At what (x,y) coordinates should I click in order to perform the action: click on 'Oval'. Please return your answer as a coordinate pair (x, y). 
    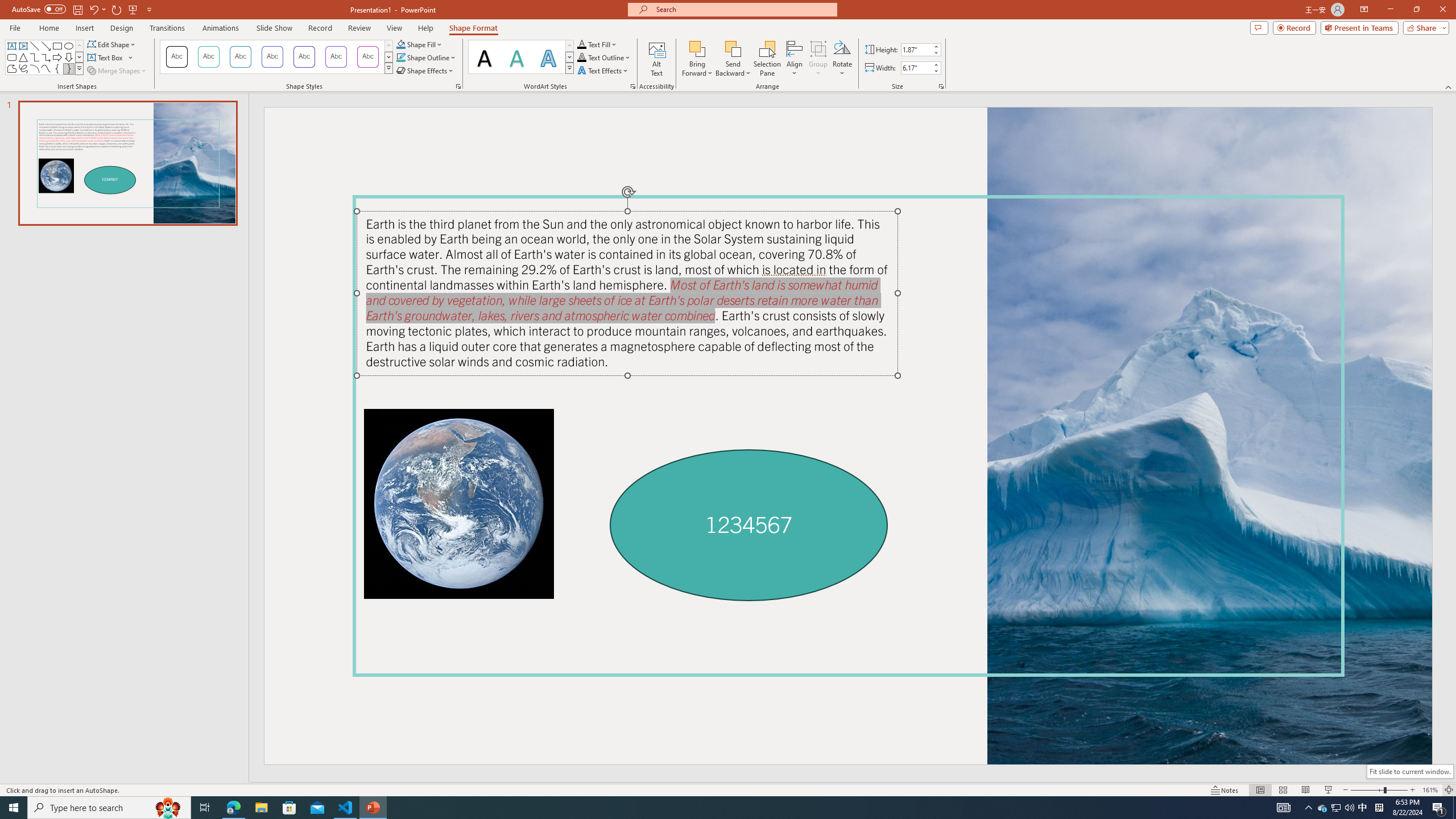
    Looking at the image, I should click on (68, 45).